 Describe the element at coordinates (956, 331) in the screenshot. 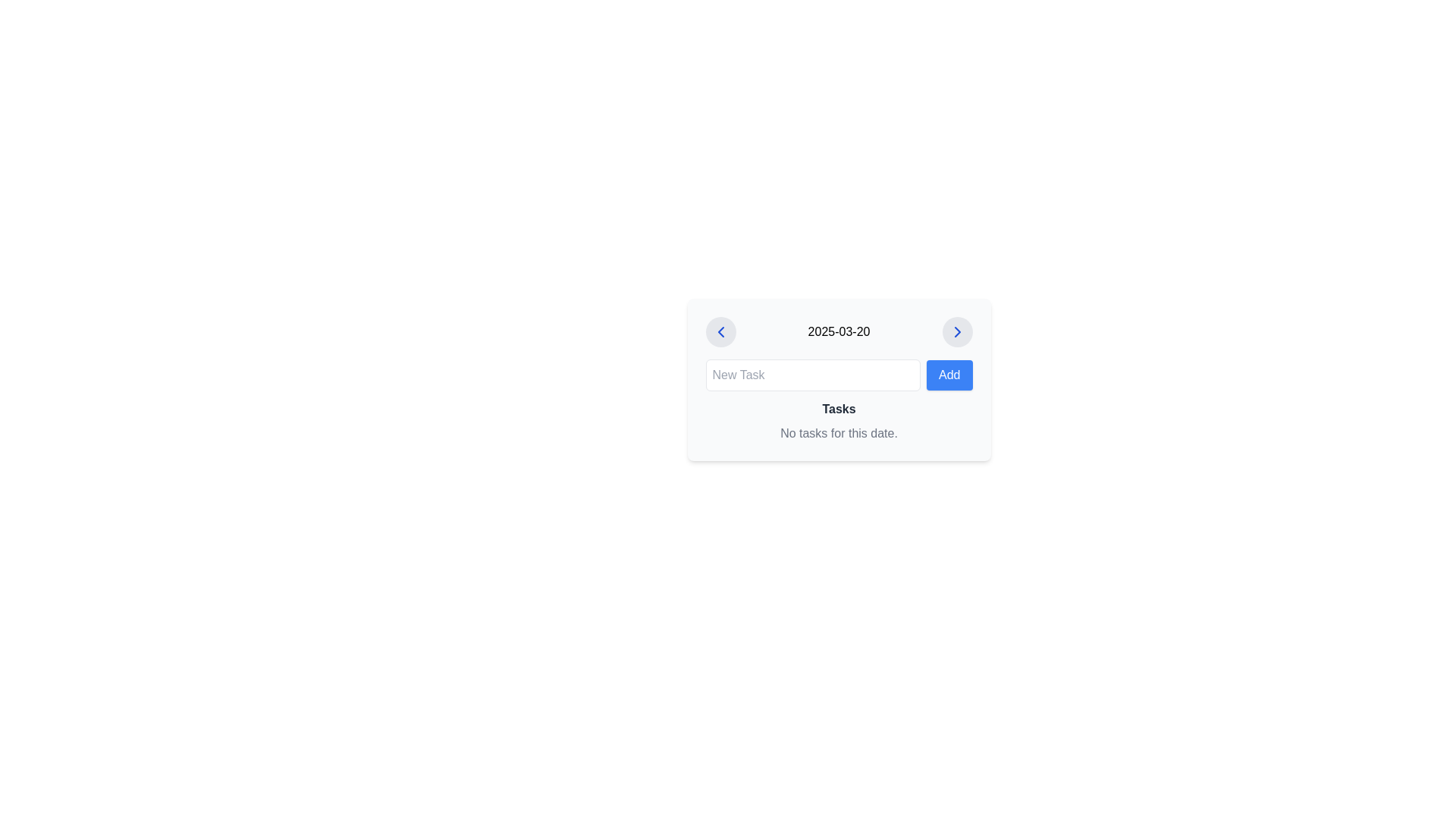

I see `the right-facing chevron icon within the circular button located in the upper-right corner of the card-like interface panel` at that location.